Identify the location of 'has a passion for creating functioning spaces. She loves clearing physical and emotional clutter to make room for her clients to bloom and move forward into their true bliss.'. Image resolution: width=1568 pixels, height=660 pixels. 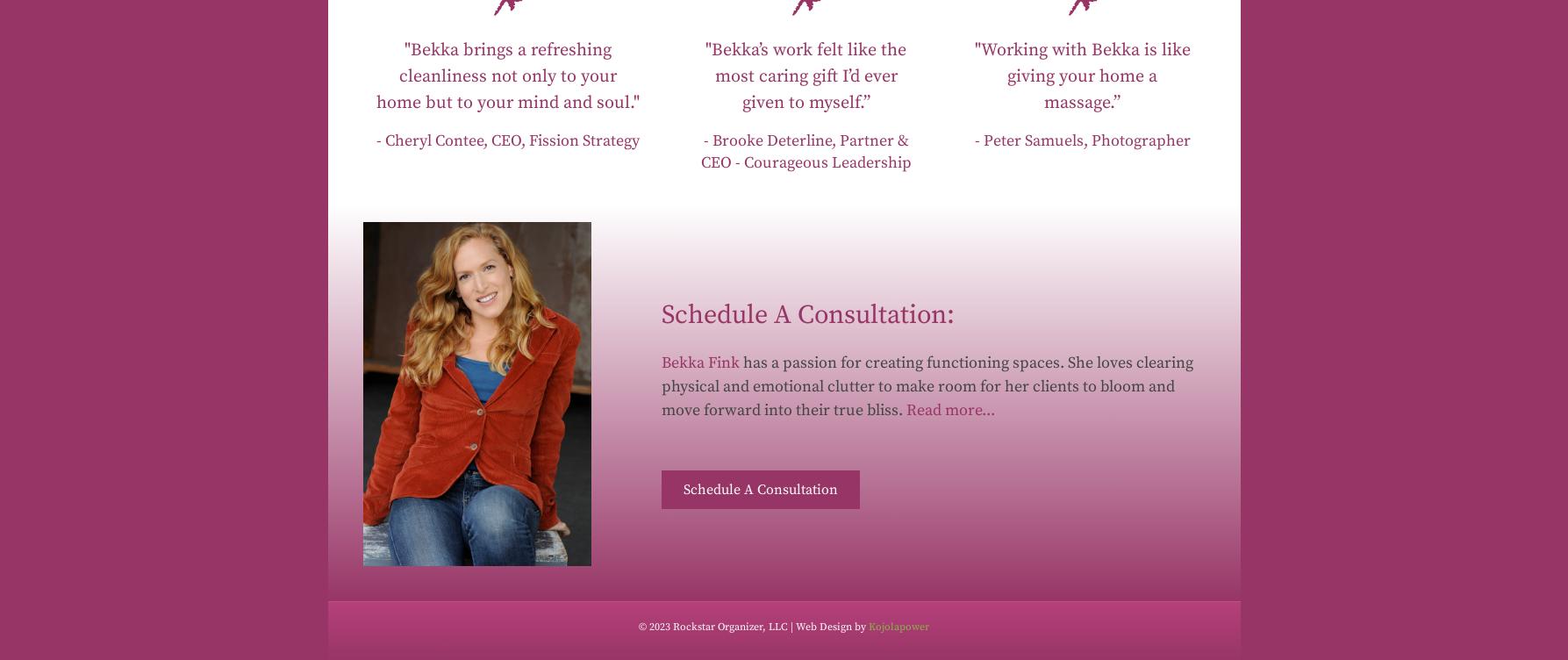
(925, 385).